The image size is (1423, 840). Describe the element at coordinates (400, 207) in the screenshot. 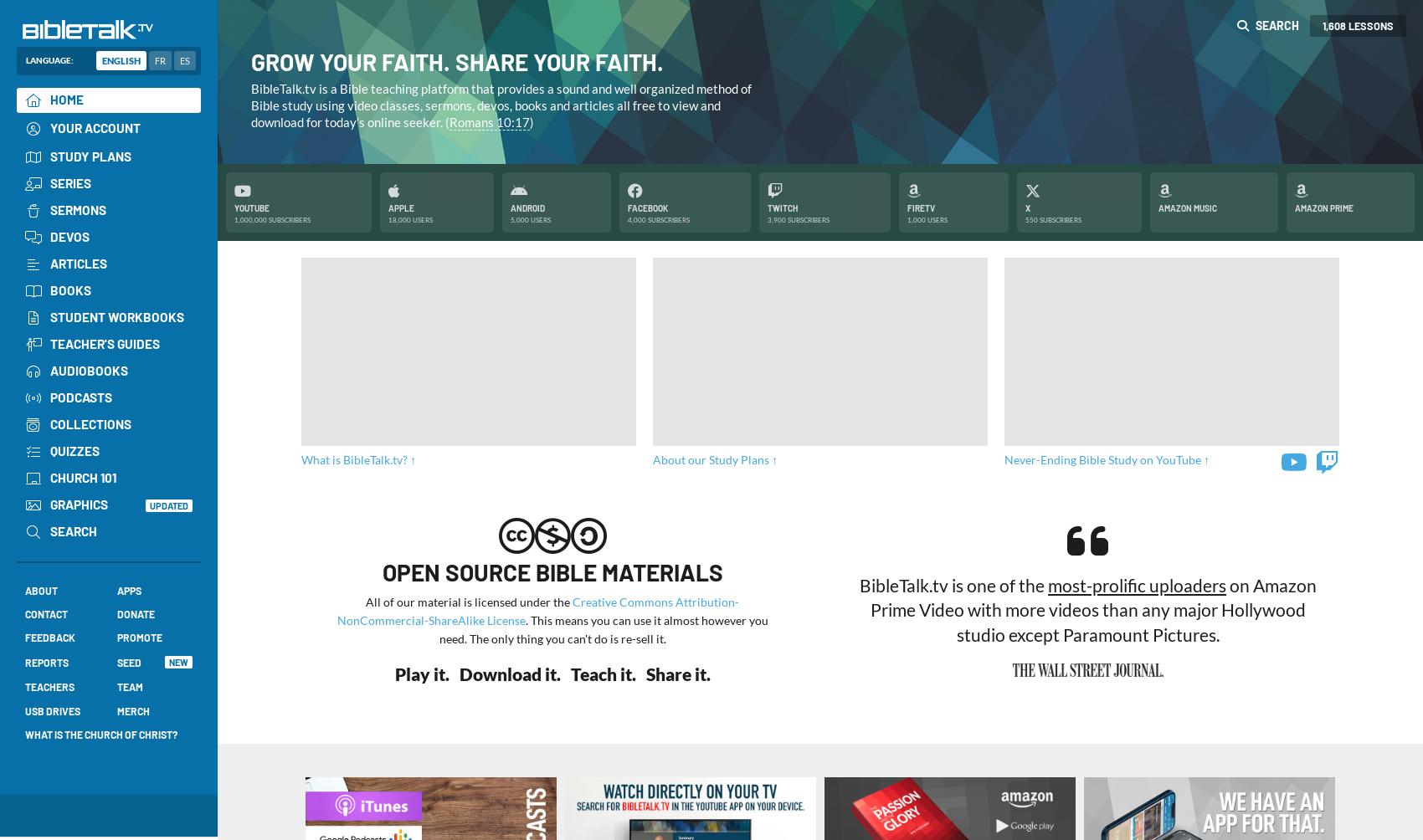

I see `'Apple'` at that location.